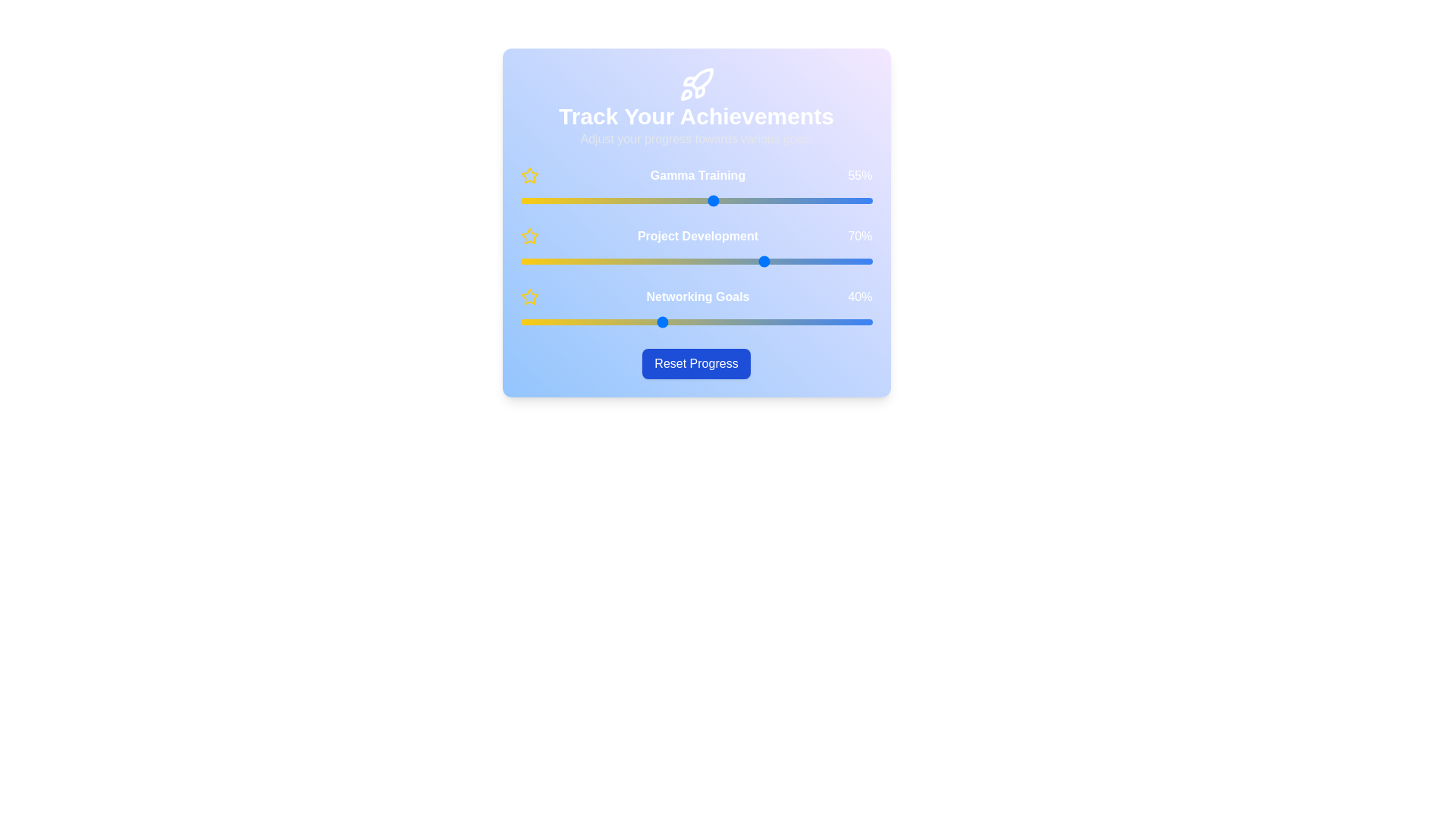  I want to click on the 'Project Development' slider to 65%, so click(749, 260).